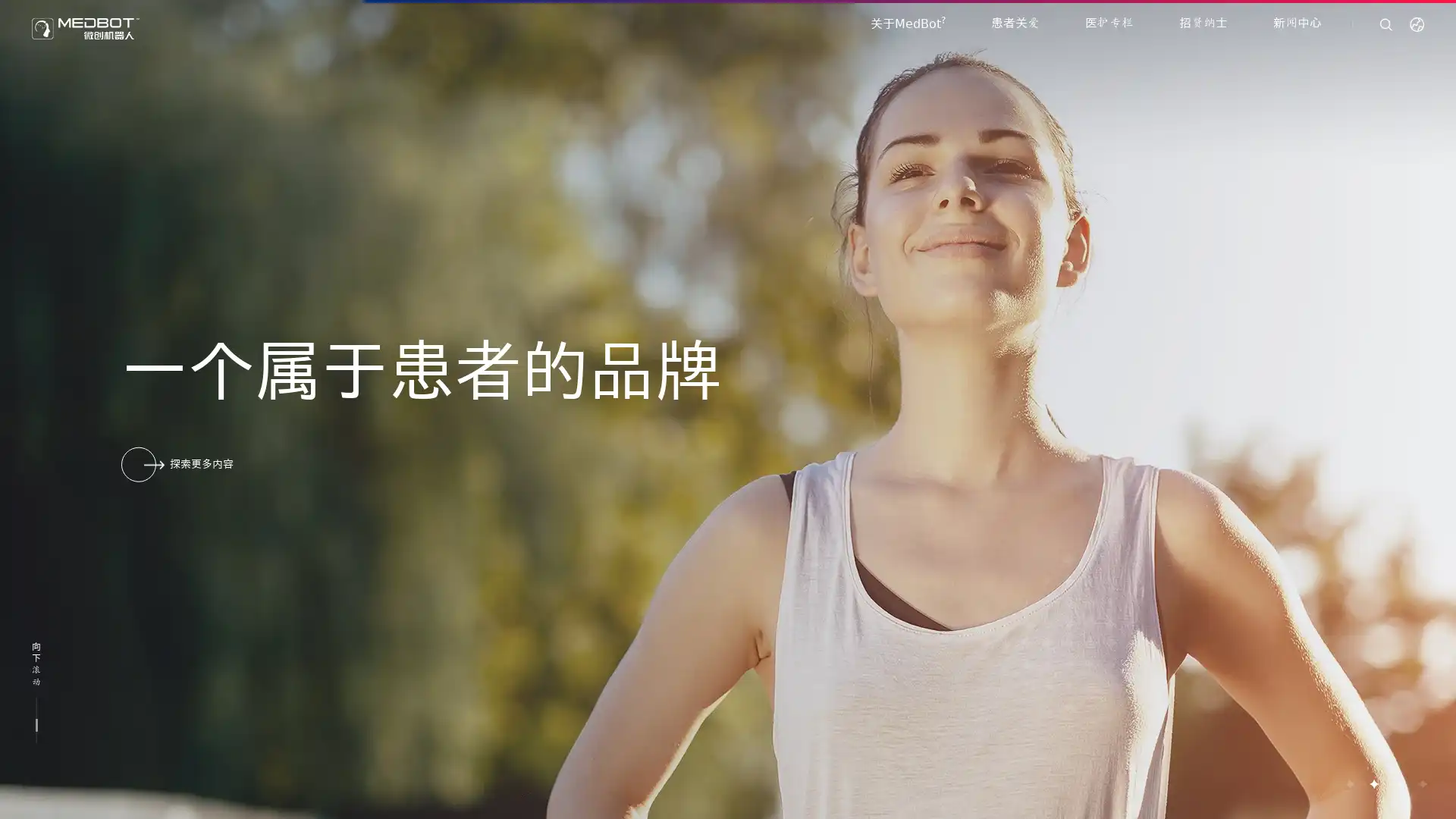 This screenshot has width=1456, height=819. I want to click on Go to slide 3, so click(1397, 783).